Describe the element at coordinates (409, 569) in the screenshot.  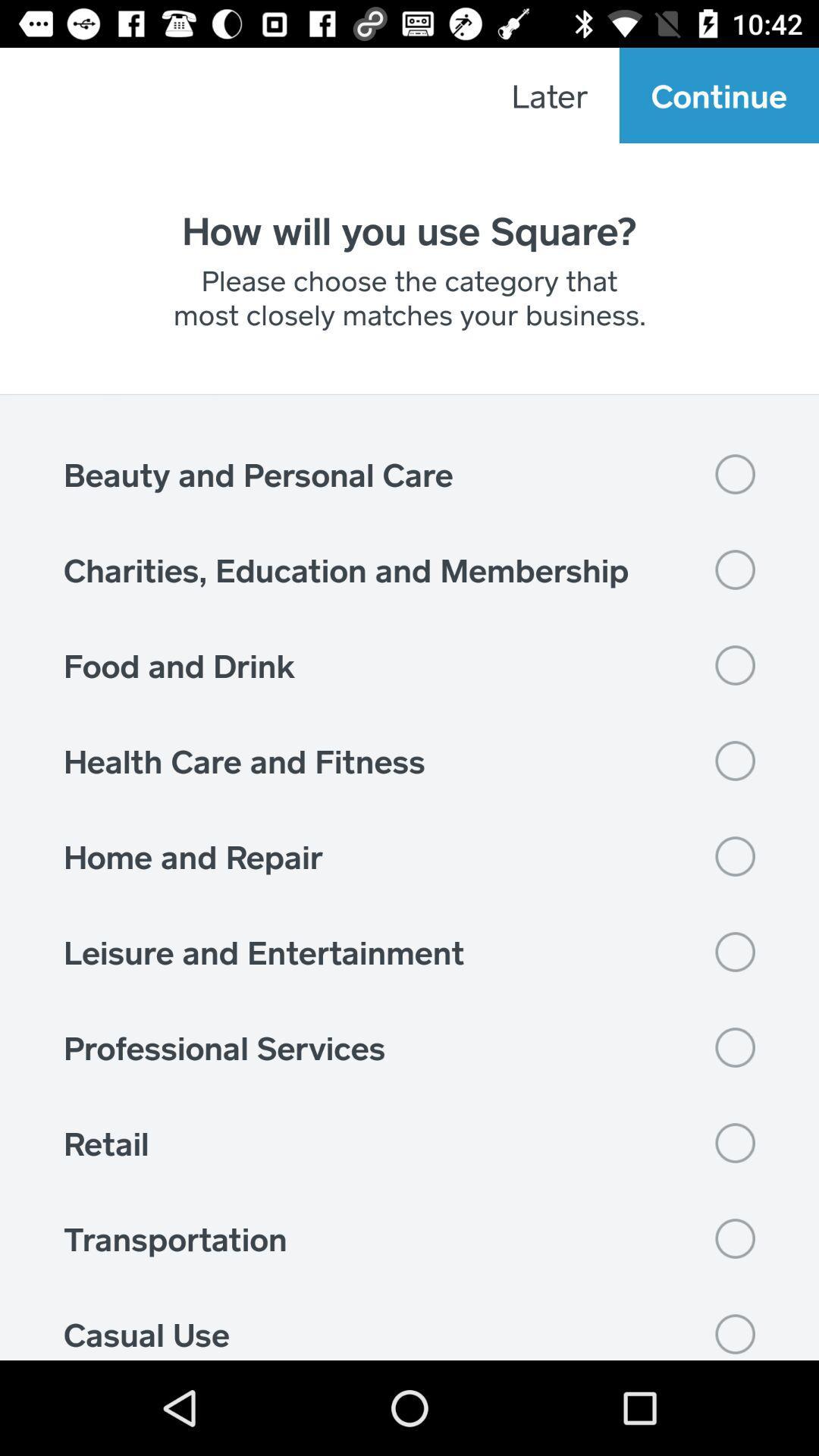
I see `the item below beauty and personal item` at that location.